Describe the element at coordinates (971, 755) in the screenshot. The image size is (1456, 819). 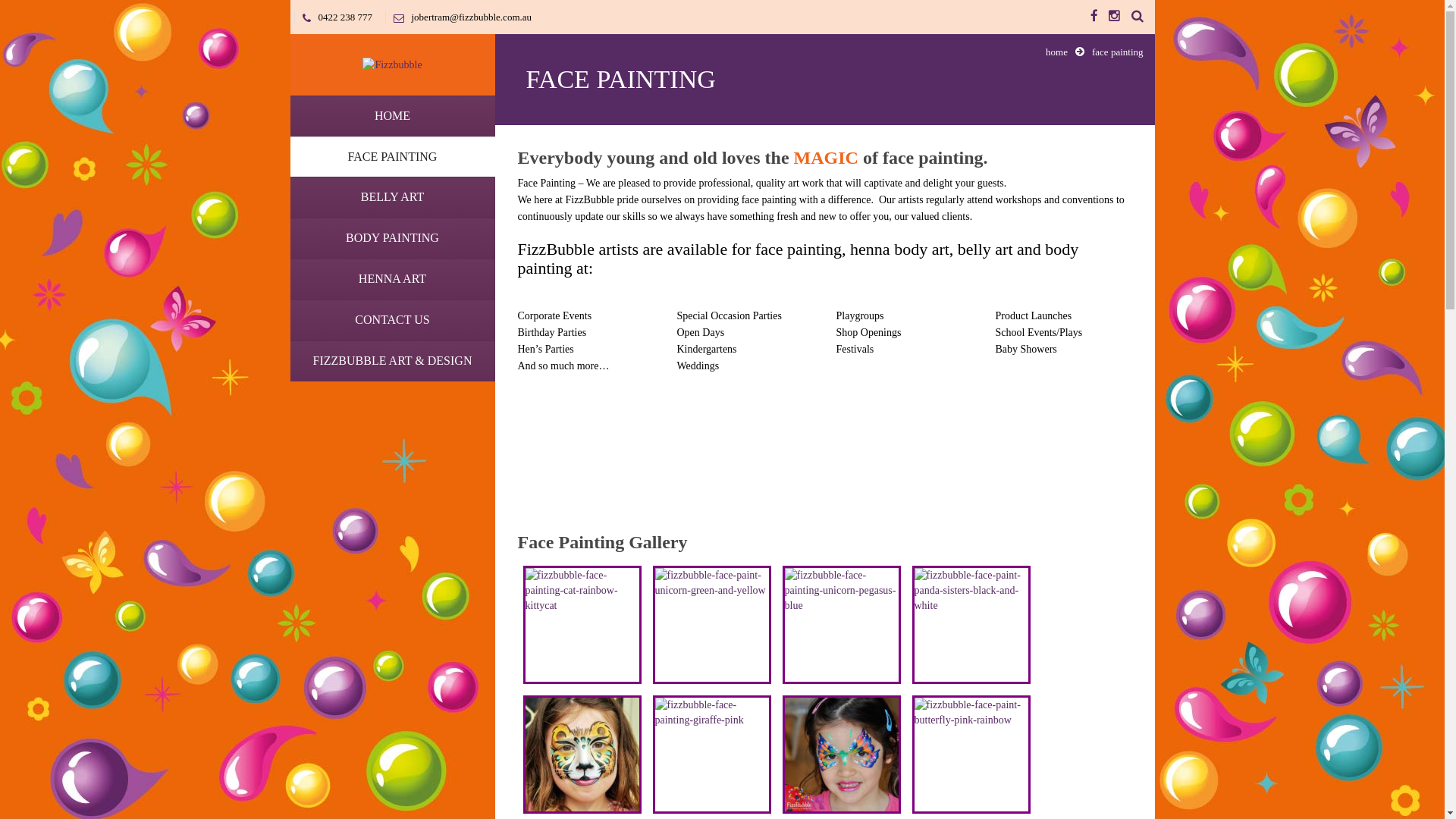
I see `'fizzbubble-face-paint-butterfly-pink-rainbow'` at that location.